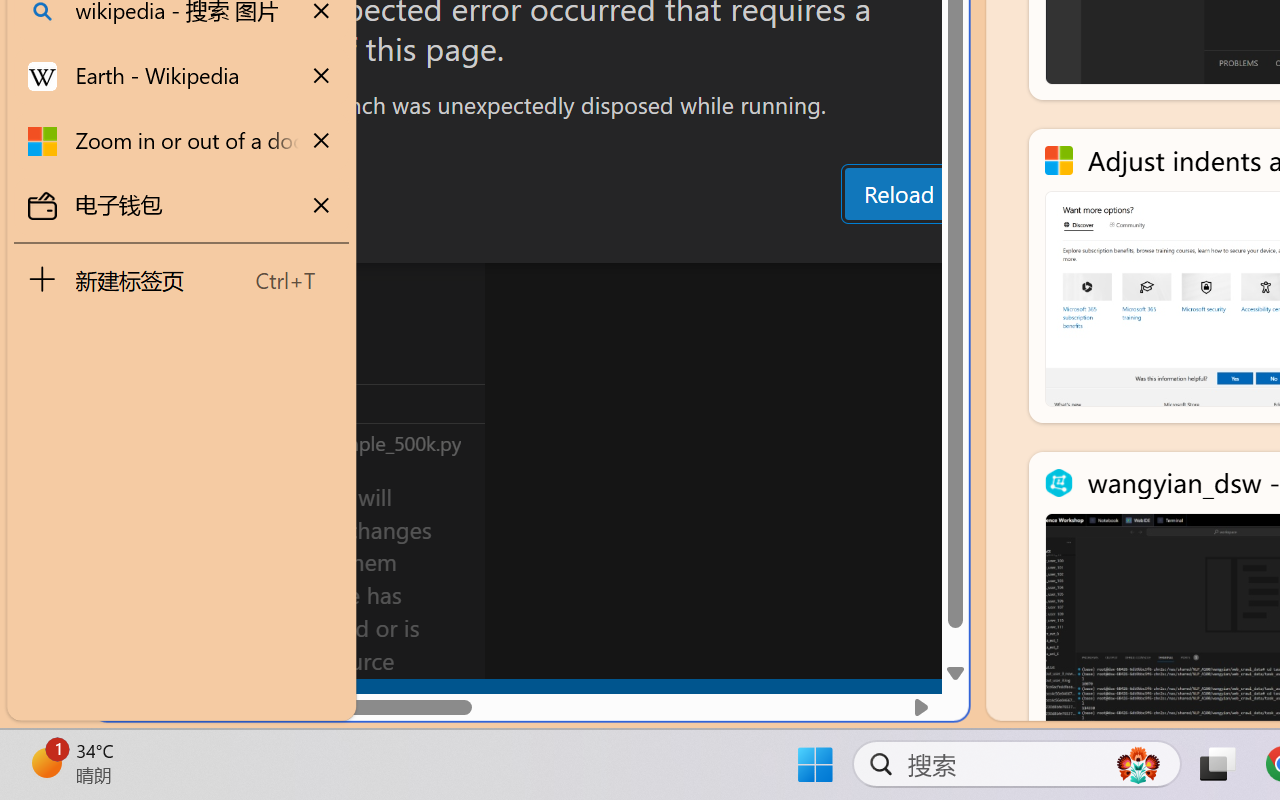 Image resolution: width=1280 pixels, height=800 pixels. What do you see at coordinates (696, 242) in the screenshot?
I see `'Output (Ctrl+Shift+U)'` at bounding box center [696, 242].